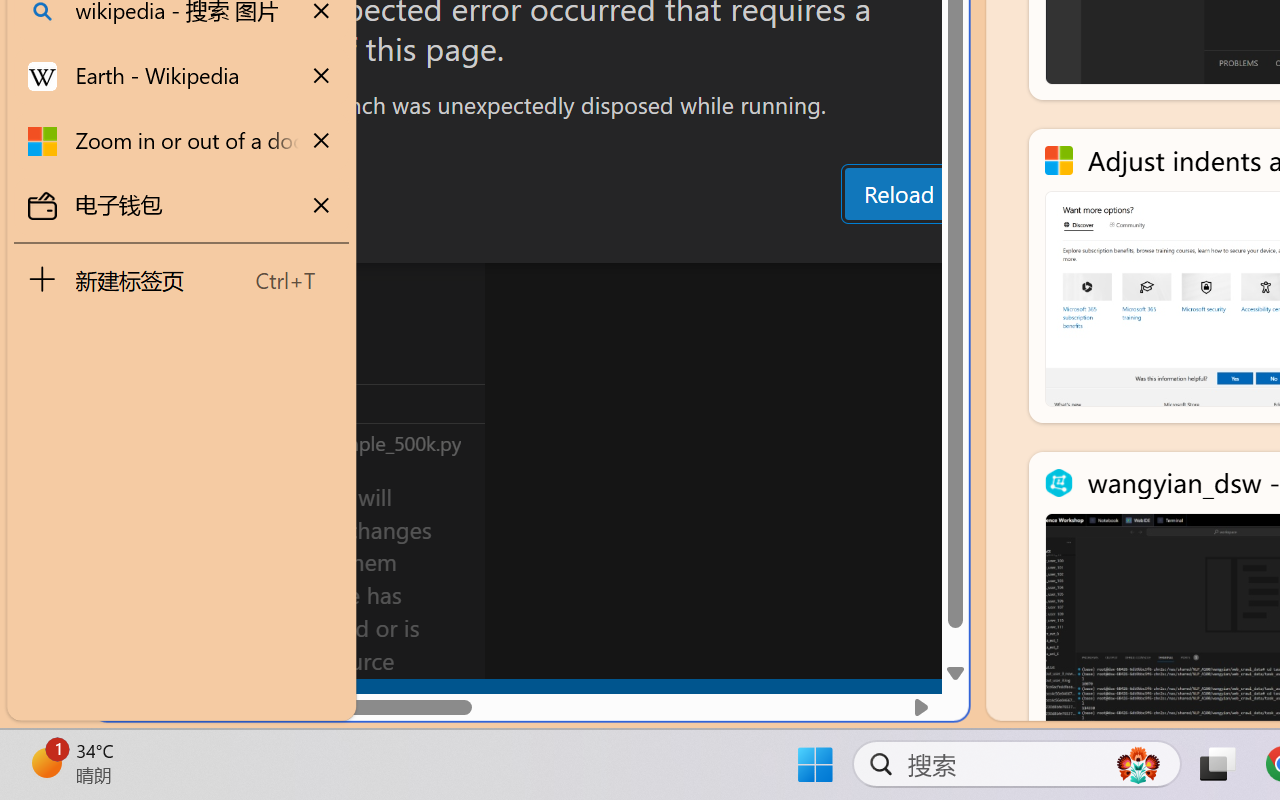 Image resolution: width=1280 pixels, height=800 pixels. What do you see at coordinates (696, 242) in the screenshot?
I see `'Output (Ctrl+Shift+U)'` at bounding box center [696, 242].